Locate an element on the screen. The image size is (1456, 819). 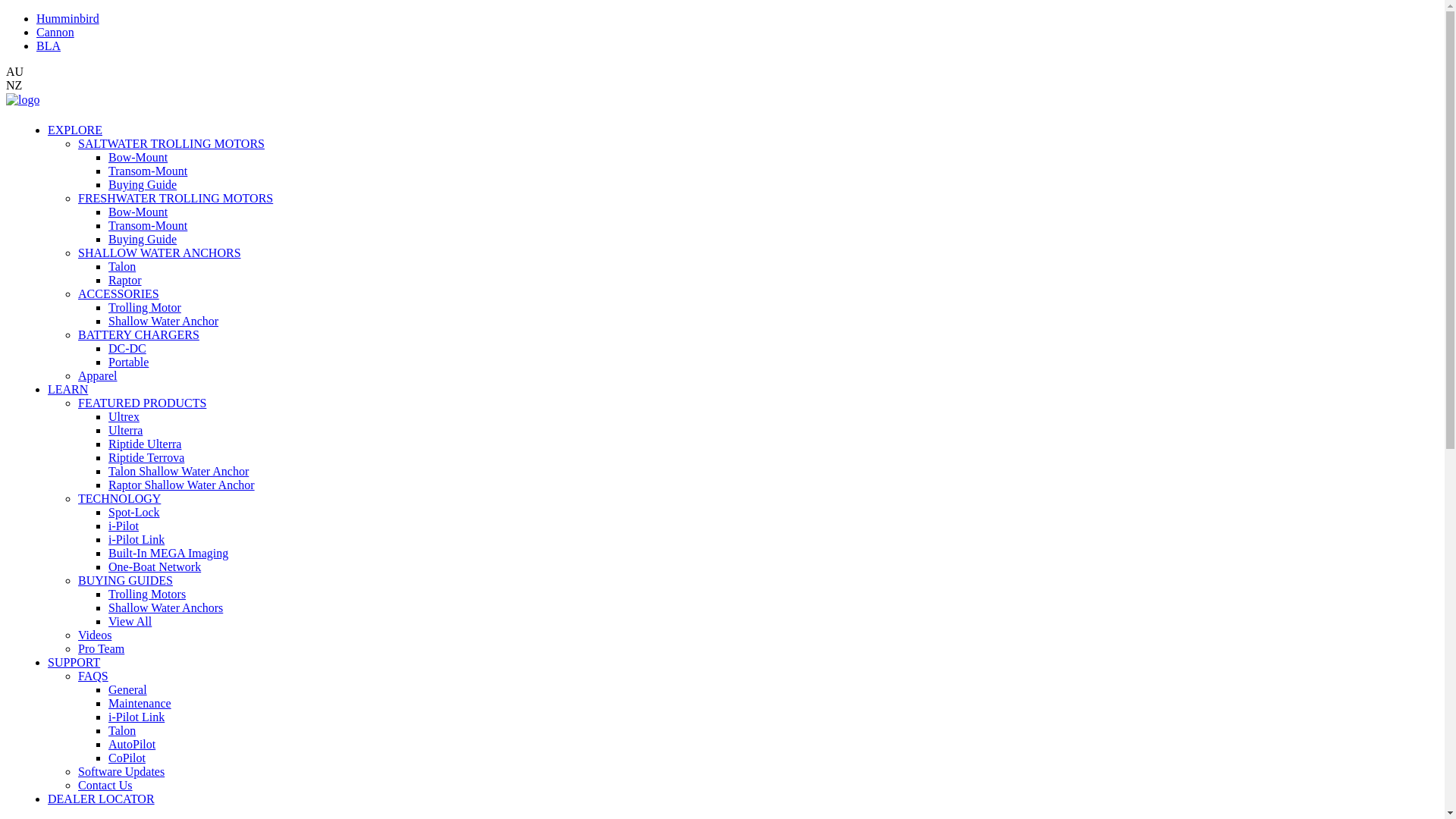
'Raptor Shallow Water Anchor' is located at coordinates (181, 485).